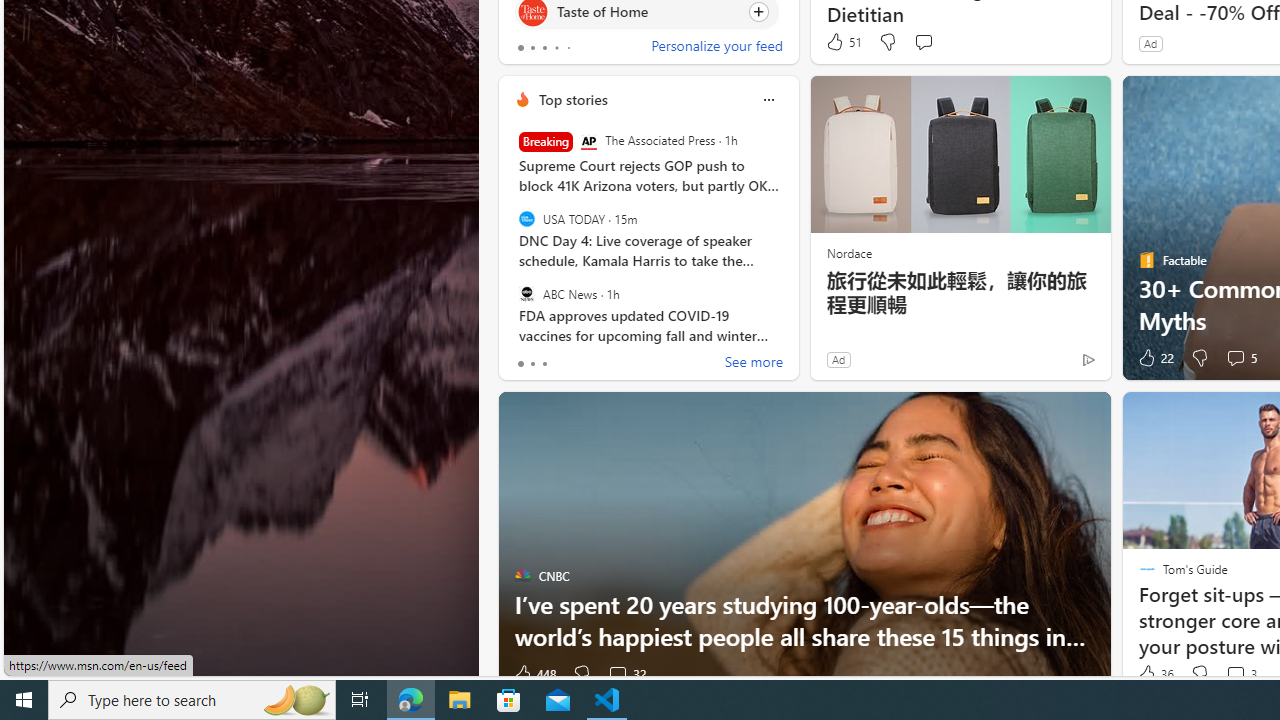  What do you see at coordinates (1154, 357) in the screenshot?
I see `'22 Like'` at bounding box center [1154, 357].